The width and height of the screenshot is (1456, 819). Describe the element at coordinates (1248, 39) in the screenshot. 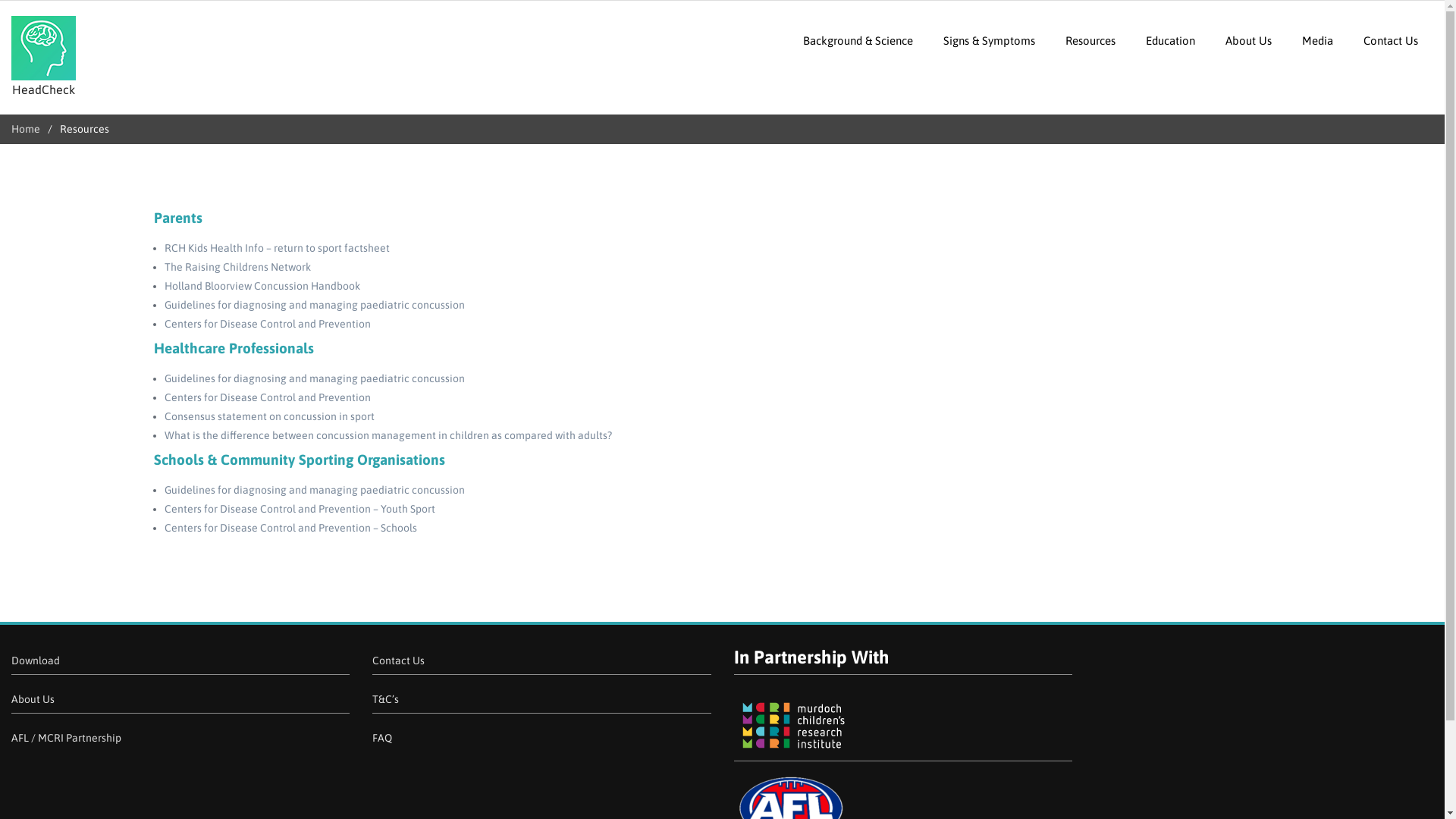

I see `'About Us'` at that location.